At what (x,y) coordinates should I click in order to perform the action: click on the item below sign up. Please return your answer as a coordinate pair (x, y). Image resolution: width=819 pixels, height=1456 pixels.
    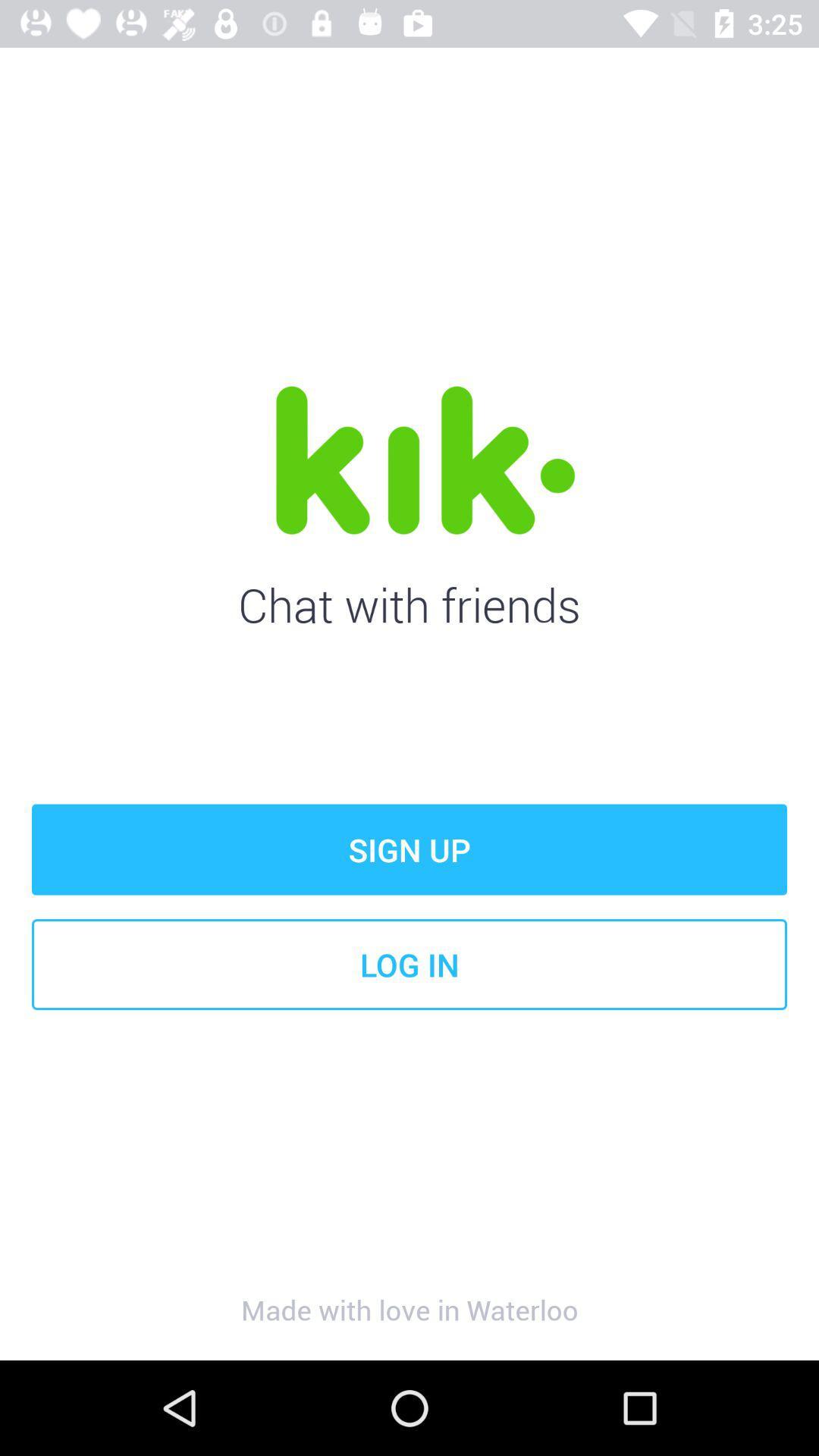
    Looking at the image, I should click on (409, 964).